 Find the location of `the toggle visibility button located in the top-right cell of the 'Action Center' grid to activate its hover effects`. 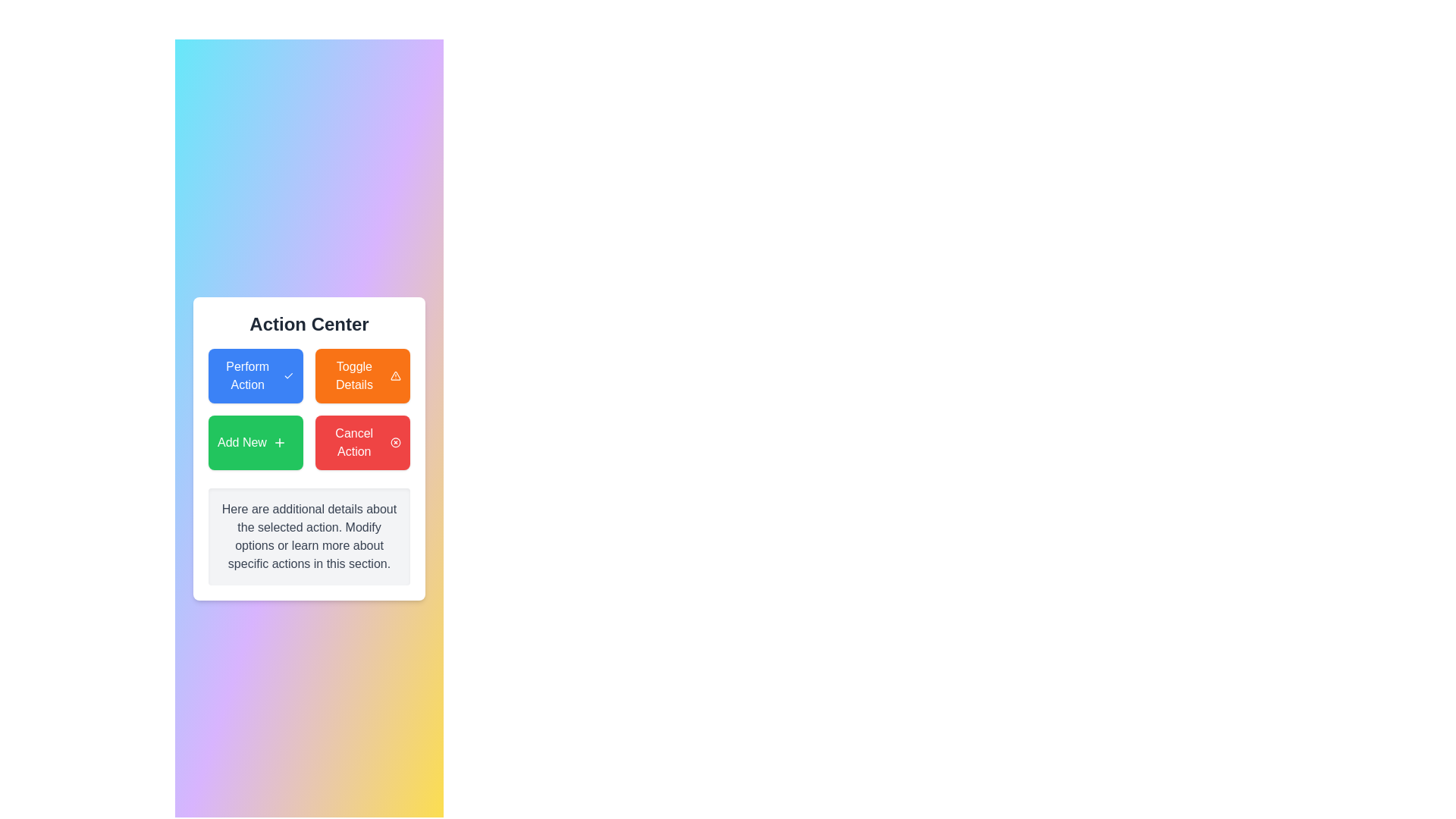

the toggle visibility button located in the top-right cell of the 'Action Center' grid to activate its hover effects is located at coordinates (362, 375).